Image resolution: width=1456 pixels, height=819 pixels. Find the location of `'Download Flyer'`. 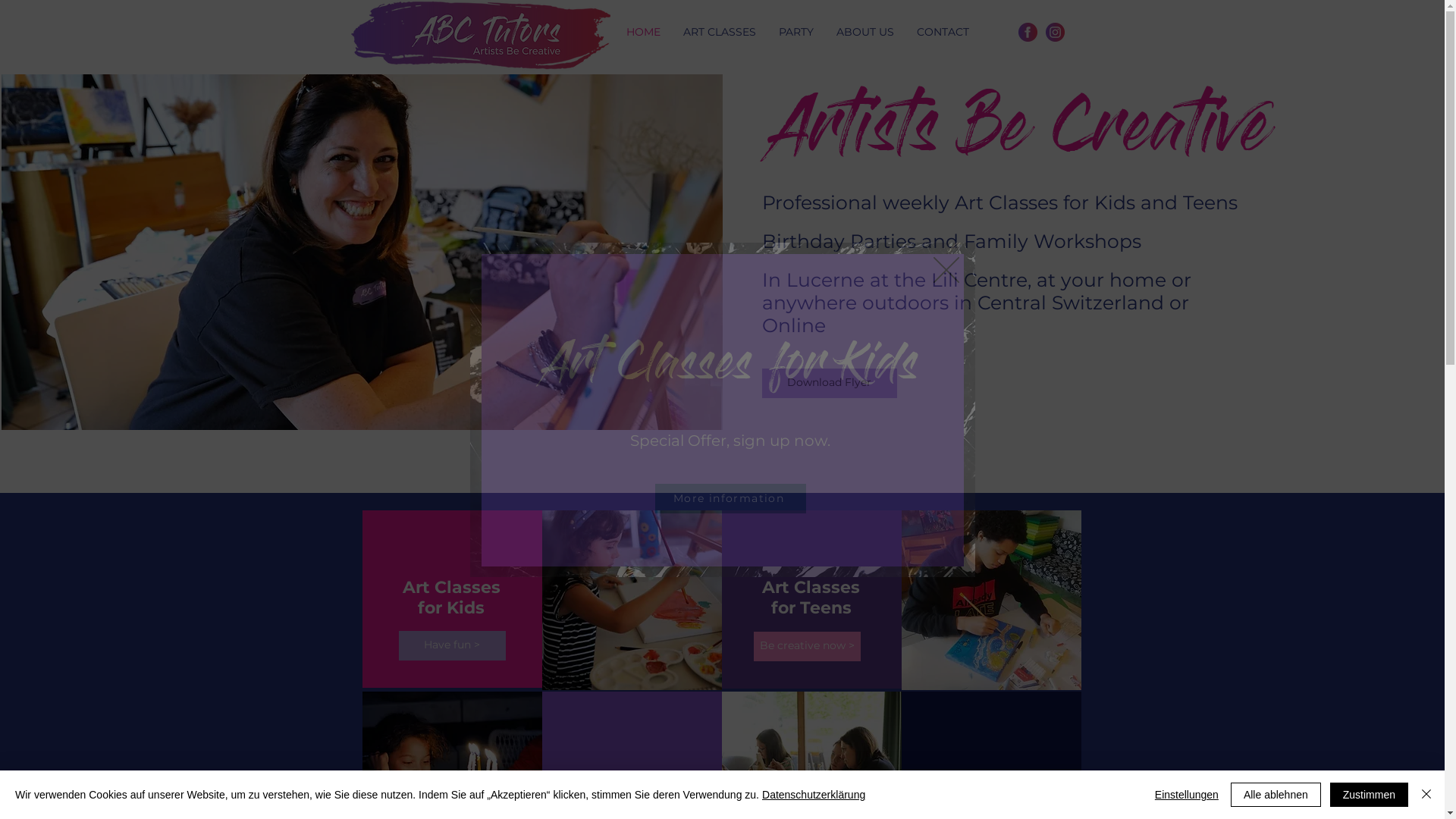

'Download Flyer' is located at coordinates (761, 382).